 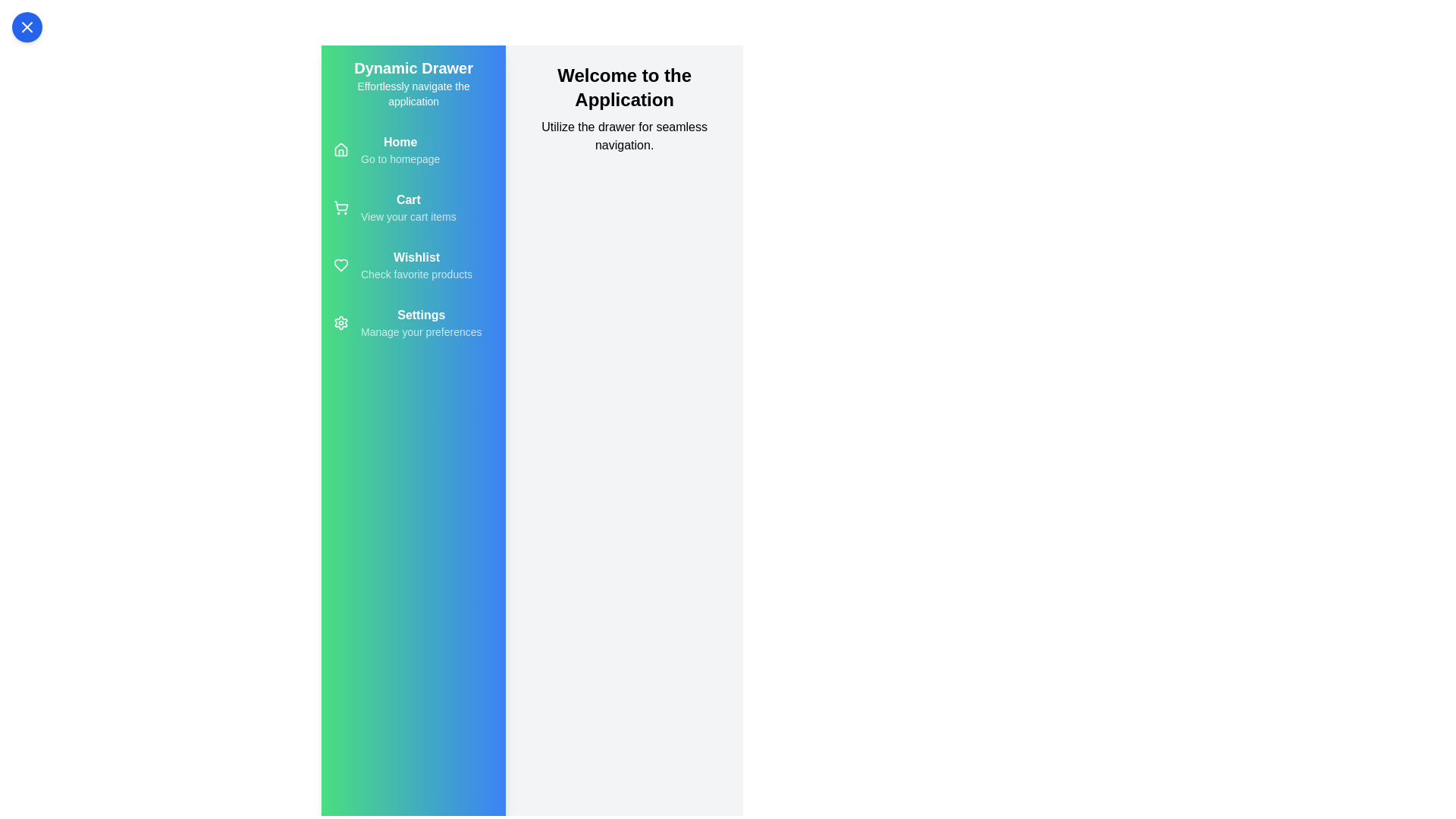 What do you see at coordinates (400, 149) in the screenshot?
I see `the 'Home' menu item to navigate to the homepage` at bounding box center [400, 149].